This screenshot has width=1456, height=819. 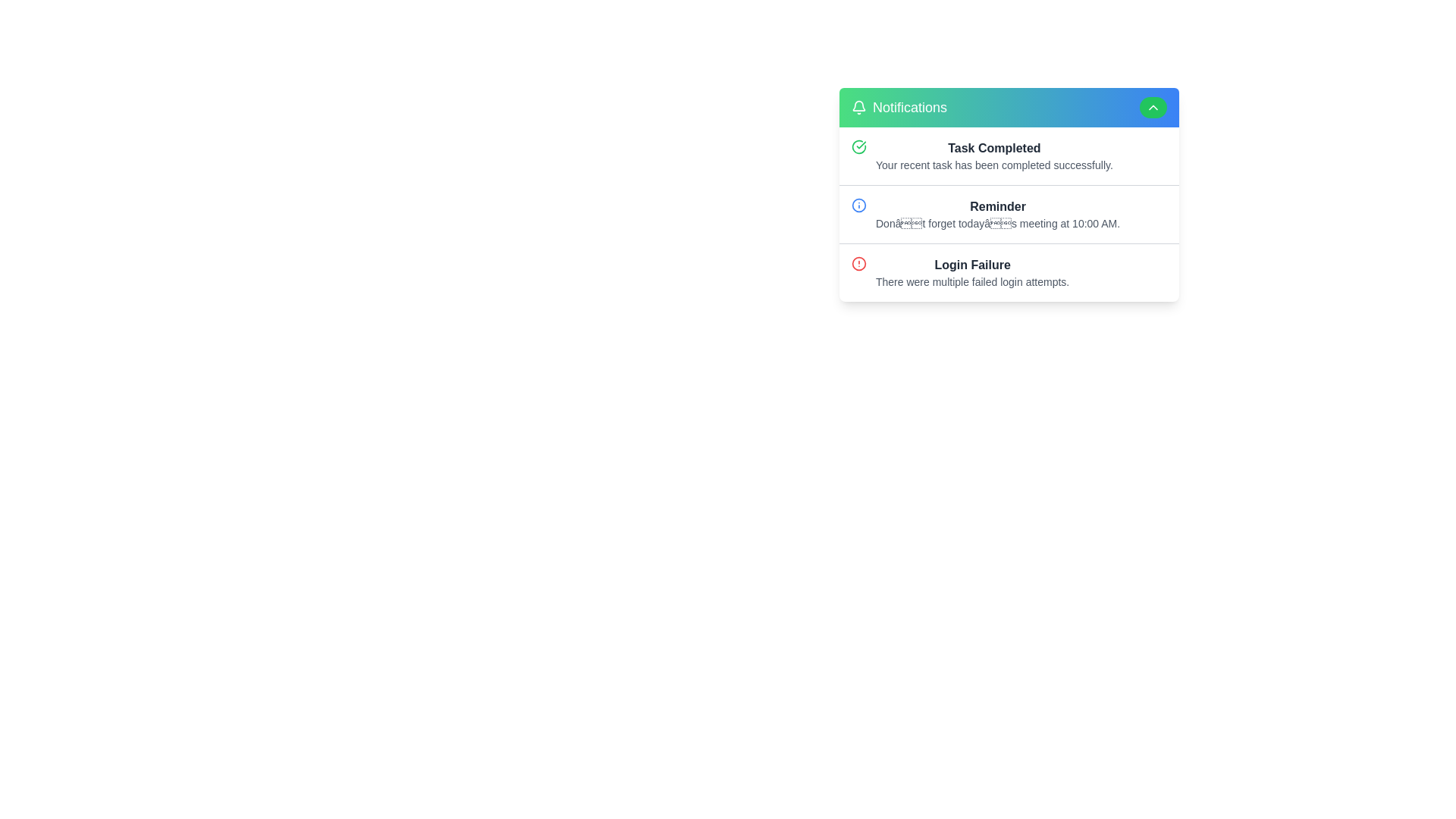 What do you see at coordinates (972, 271) in the screenshot?
I see `information displayed in the notification card titled 'Login Failure', which includes the subtext about multiple failed login attempts` at bounding box center [972, 271].